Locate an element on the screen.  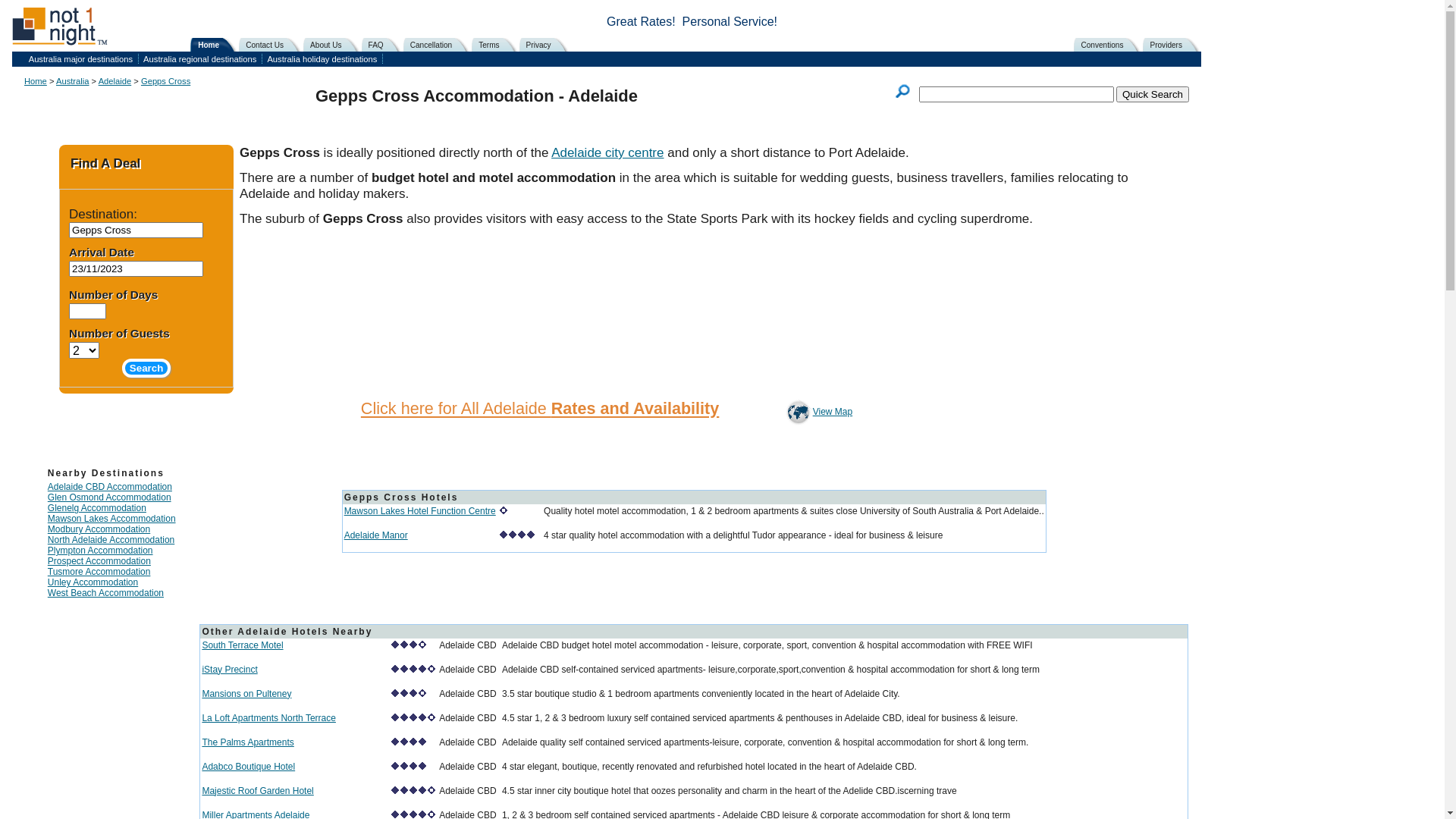
'The Palms Apartments' is located at coordinates (247, 742).